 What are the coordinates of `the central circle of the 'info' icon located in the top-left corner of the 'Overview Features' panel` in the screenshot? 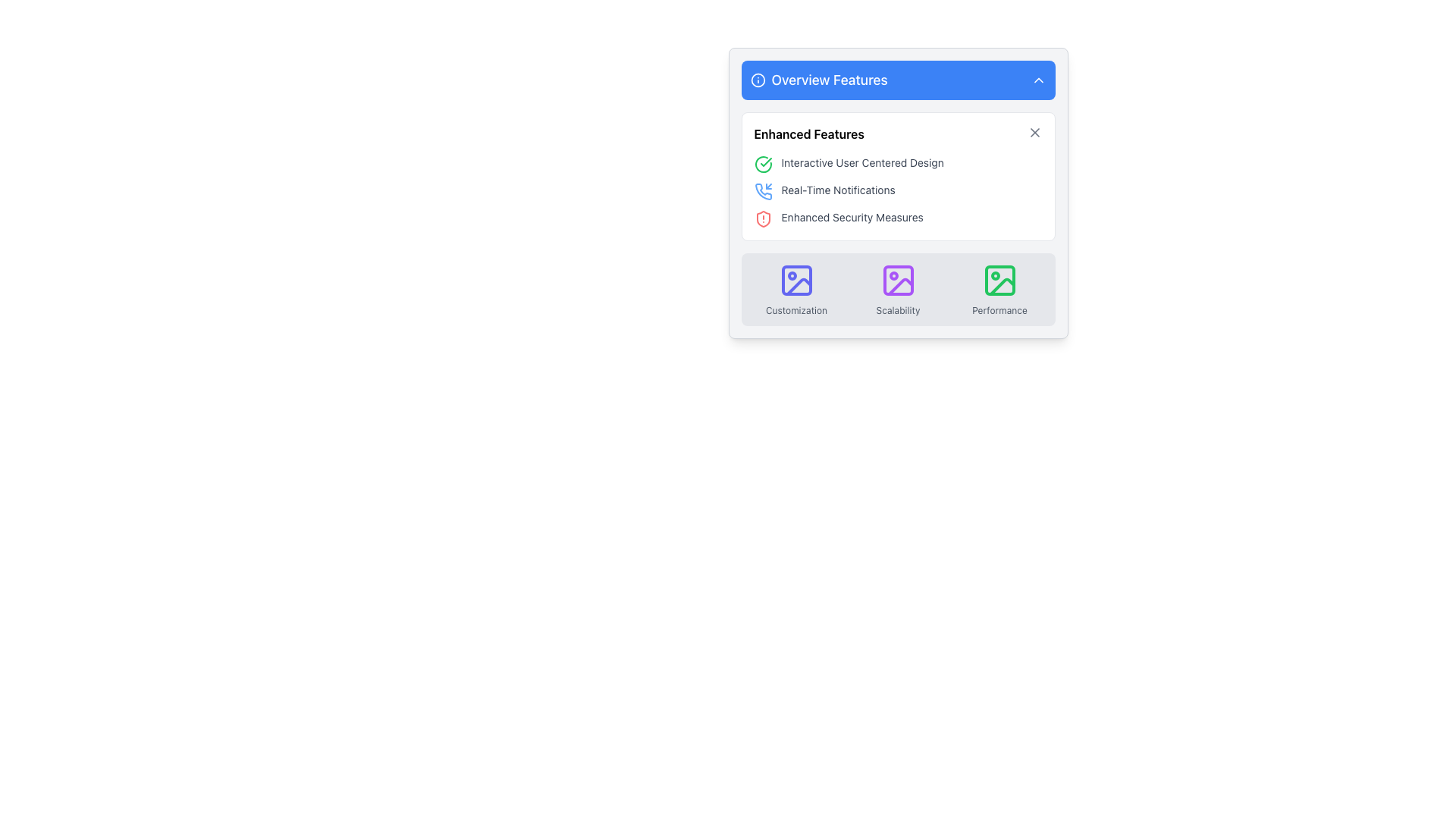 It's located at (758, 80).